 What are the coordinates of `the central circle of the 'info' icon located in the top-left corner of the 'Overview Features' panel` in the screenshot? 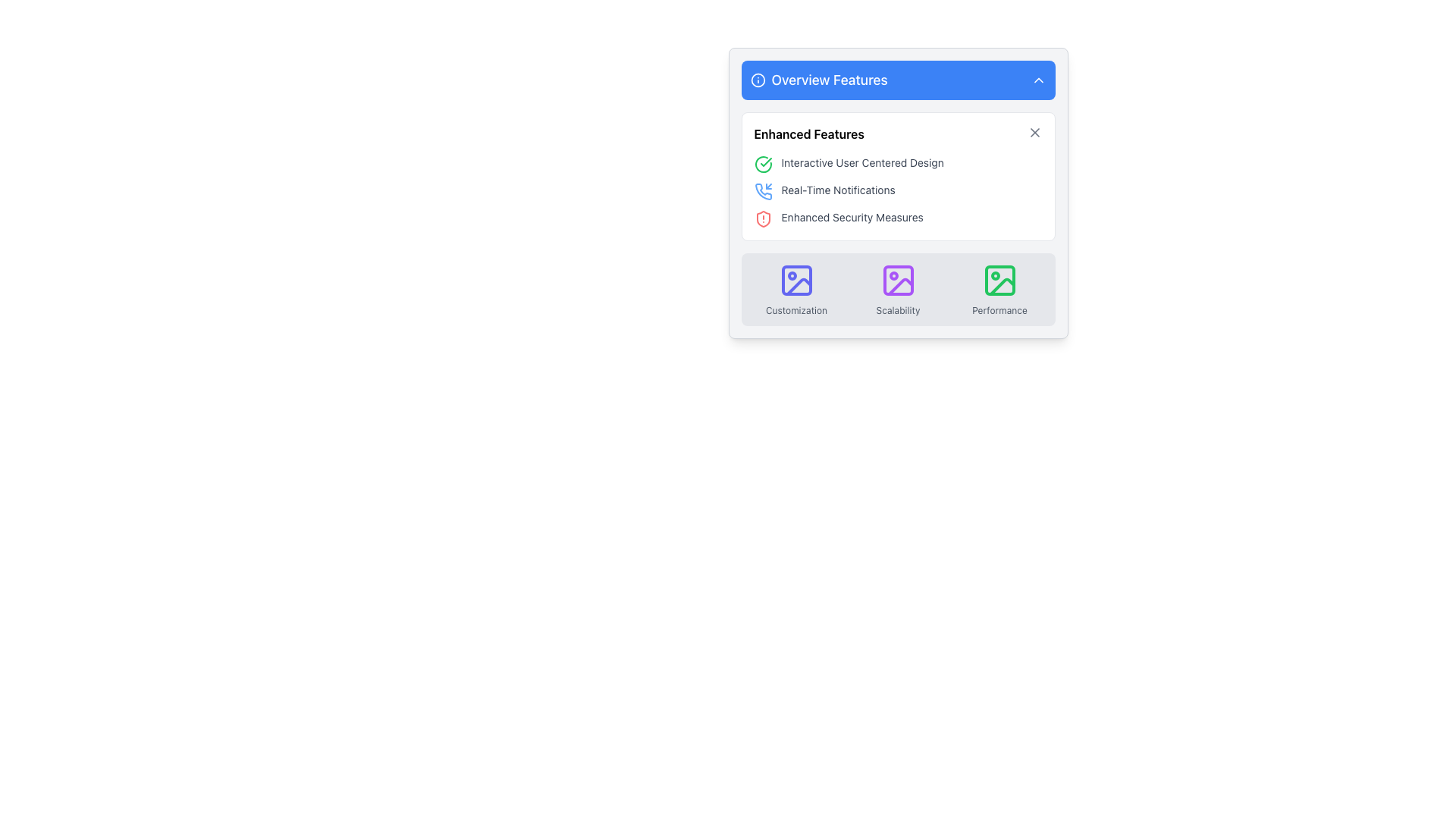 It's located at (758, 80).